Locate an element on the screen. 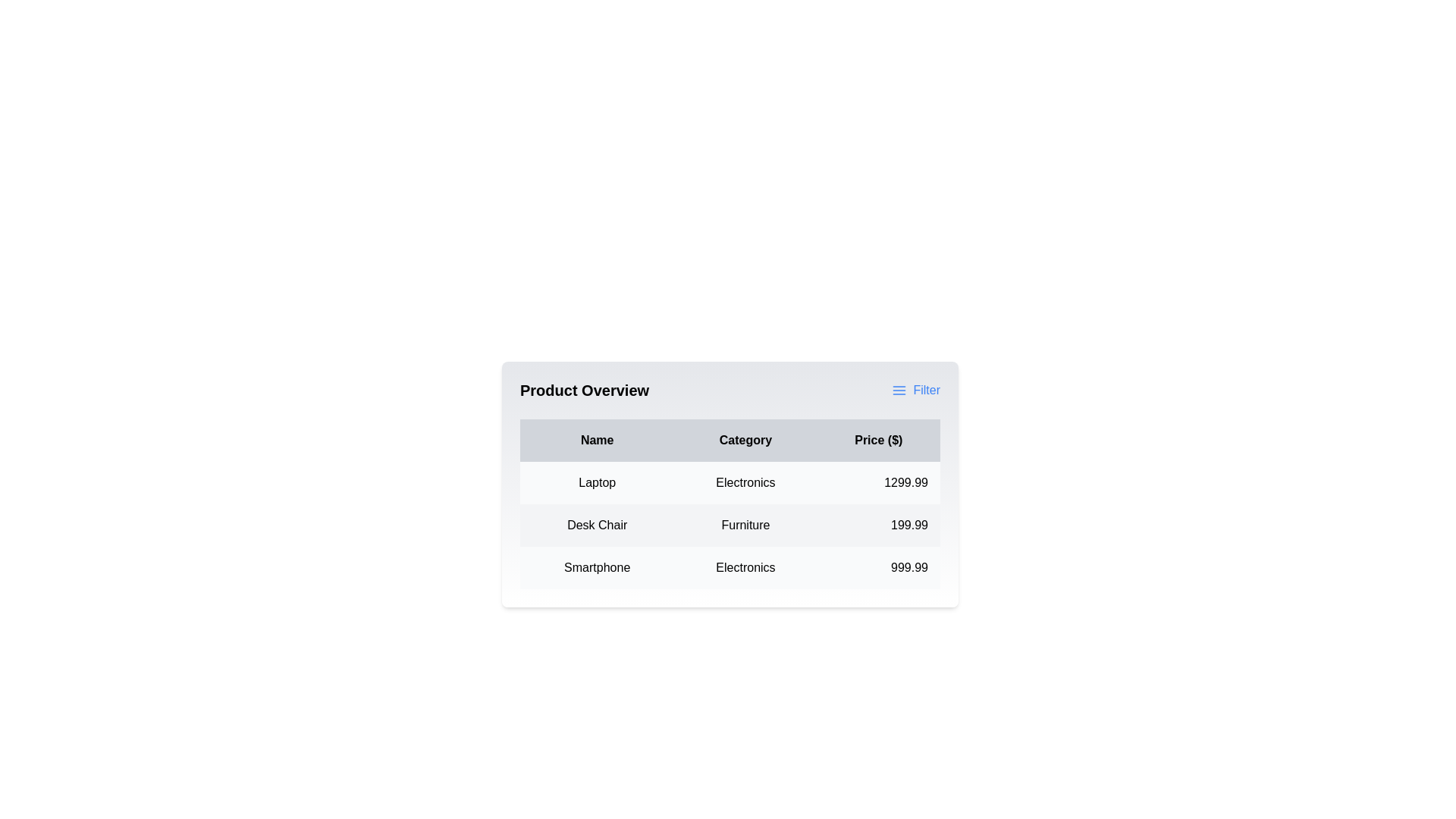 This screenshot has height=819, width=1456. the first row of the 'Product Overview' table which displays the product 'Laptop' for additional options or details is located at coordinates (730, 482).